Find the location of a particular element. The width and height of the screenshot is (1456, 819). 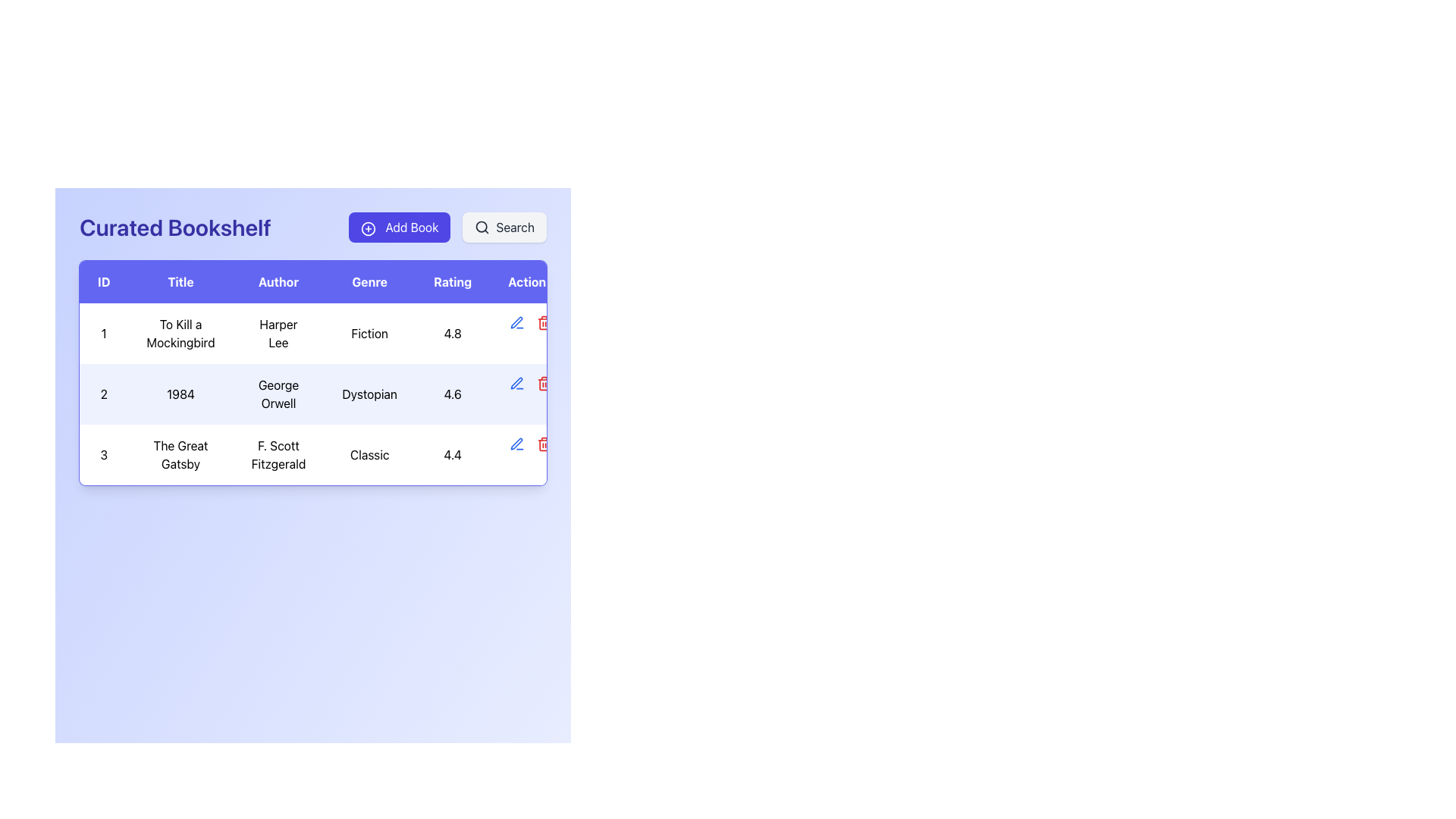

the 'Search' button, which is styled with a light gray background and dark gray text, located to the right of the 'Add Book' button in the header of the interface is located at coordinates (504, 227).